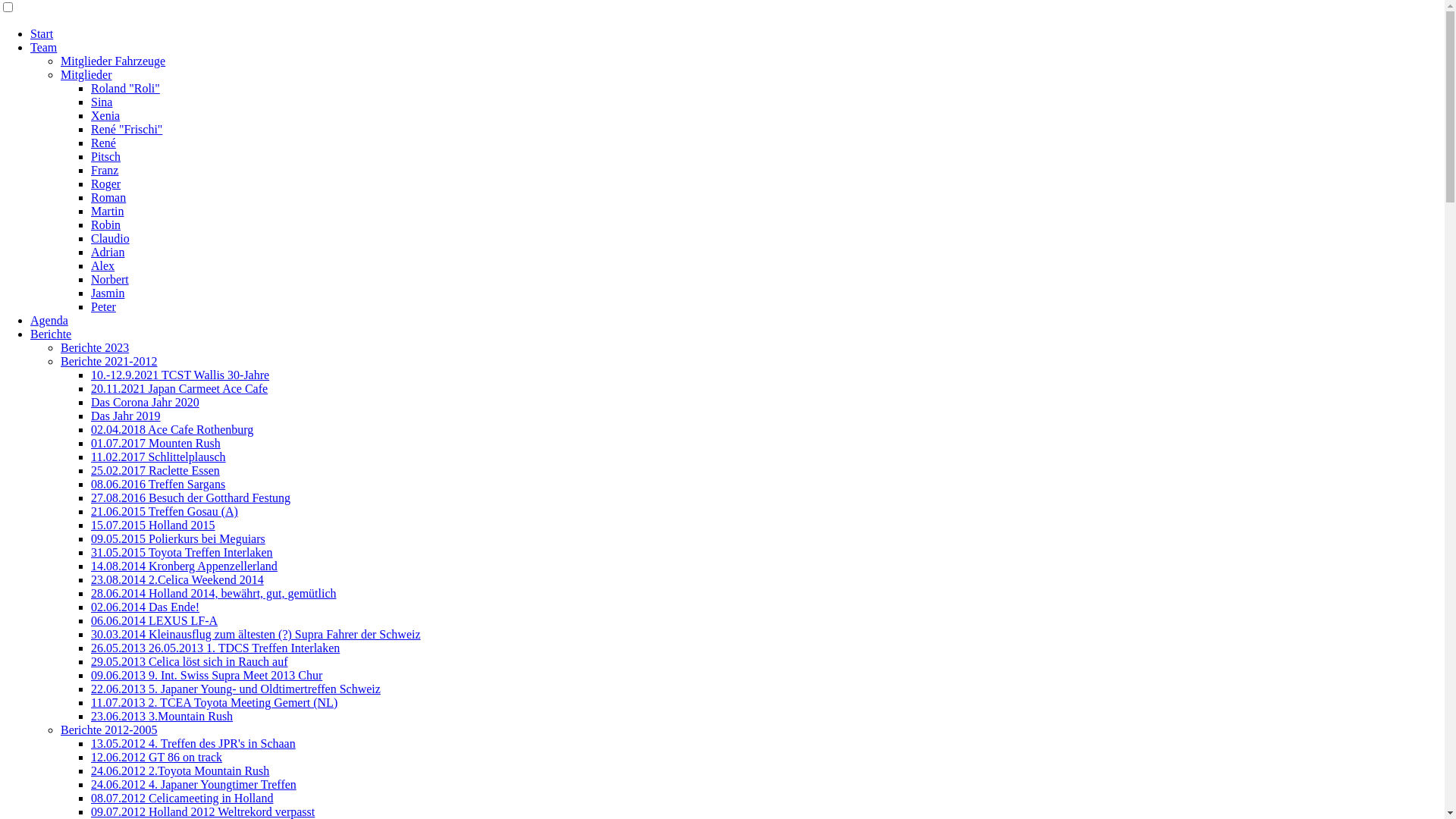 Image resolution: width=1456 pixels, height=819 pixels. What do you see at coordinates (86, 74) in the screenshot?
I see `'Mitglieder'` at bounding box center [86, 74].